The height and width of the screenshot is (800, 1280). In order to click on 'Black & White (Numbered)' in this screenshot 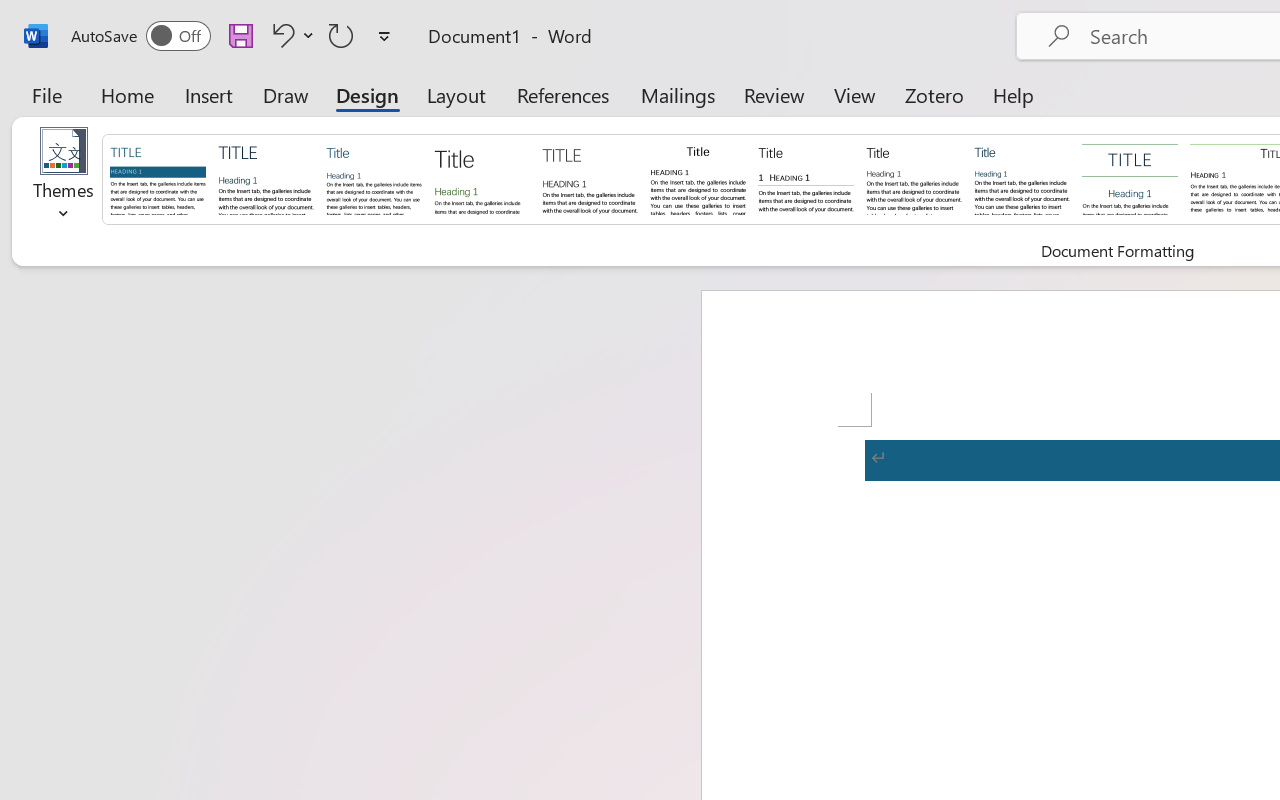, I will do `click(806, 177)`.